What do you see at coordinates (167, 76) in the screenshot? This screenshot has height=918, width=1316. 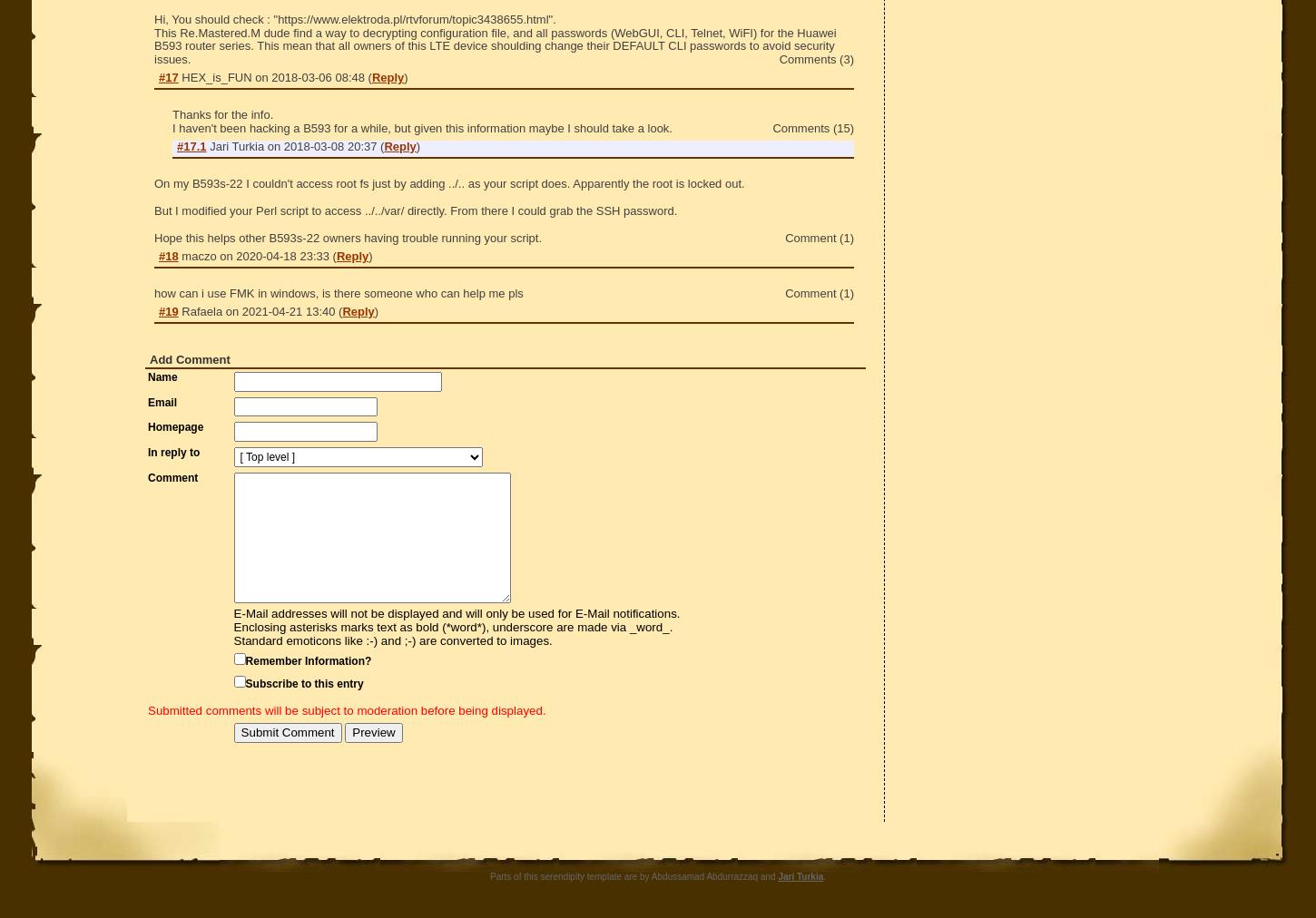 I see `'#17'` at bounding box center [167, 76].